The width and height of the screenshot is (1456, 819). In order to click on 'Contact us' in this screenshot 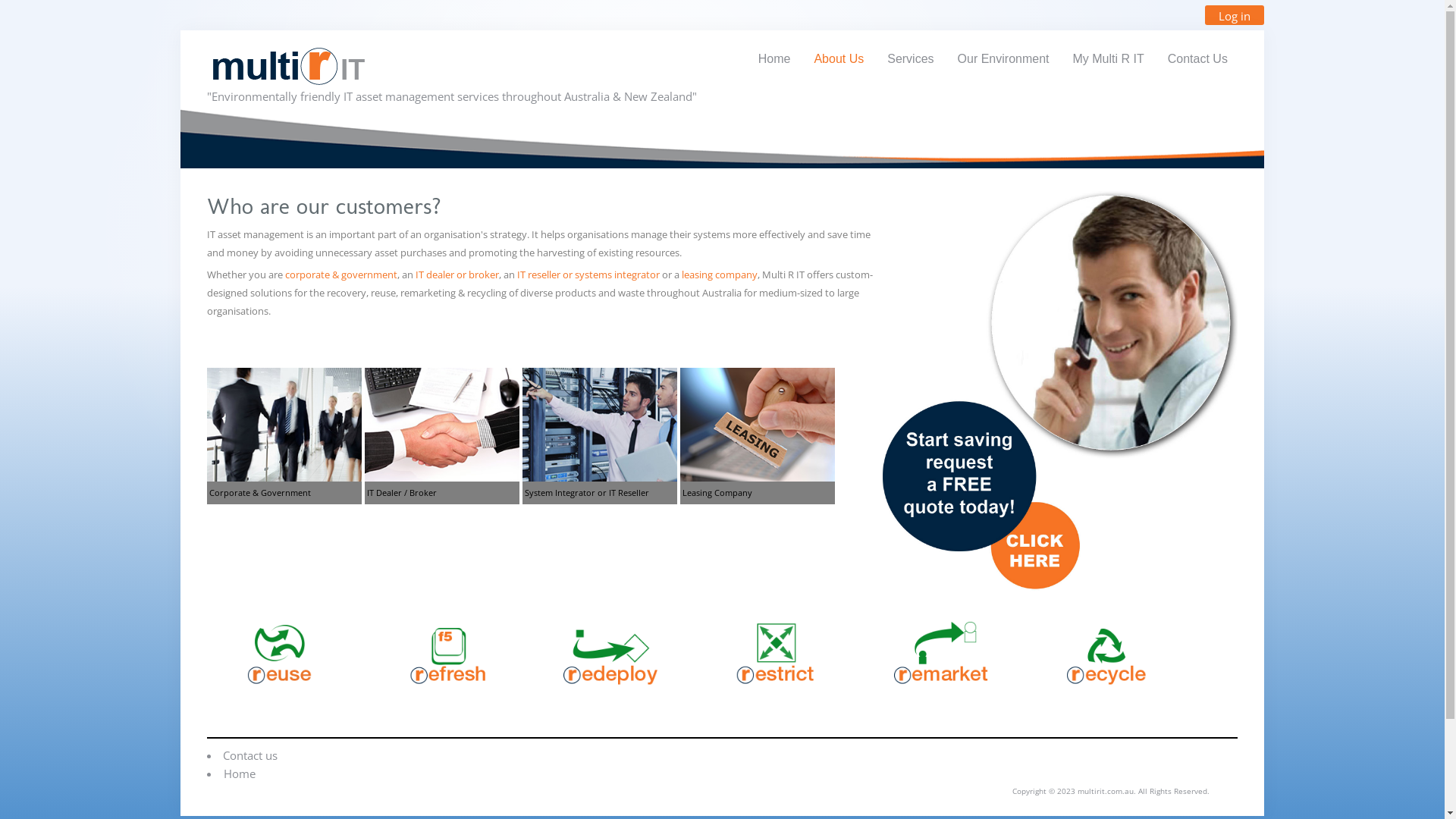, I will do `click(250, 755)`.